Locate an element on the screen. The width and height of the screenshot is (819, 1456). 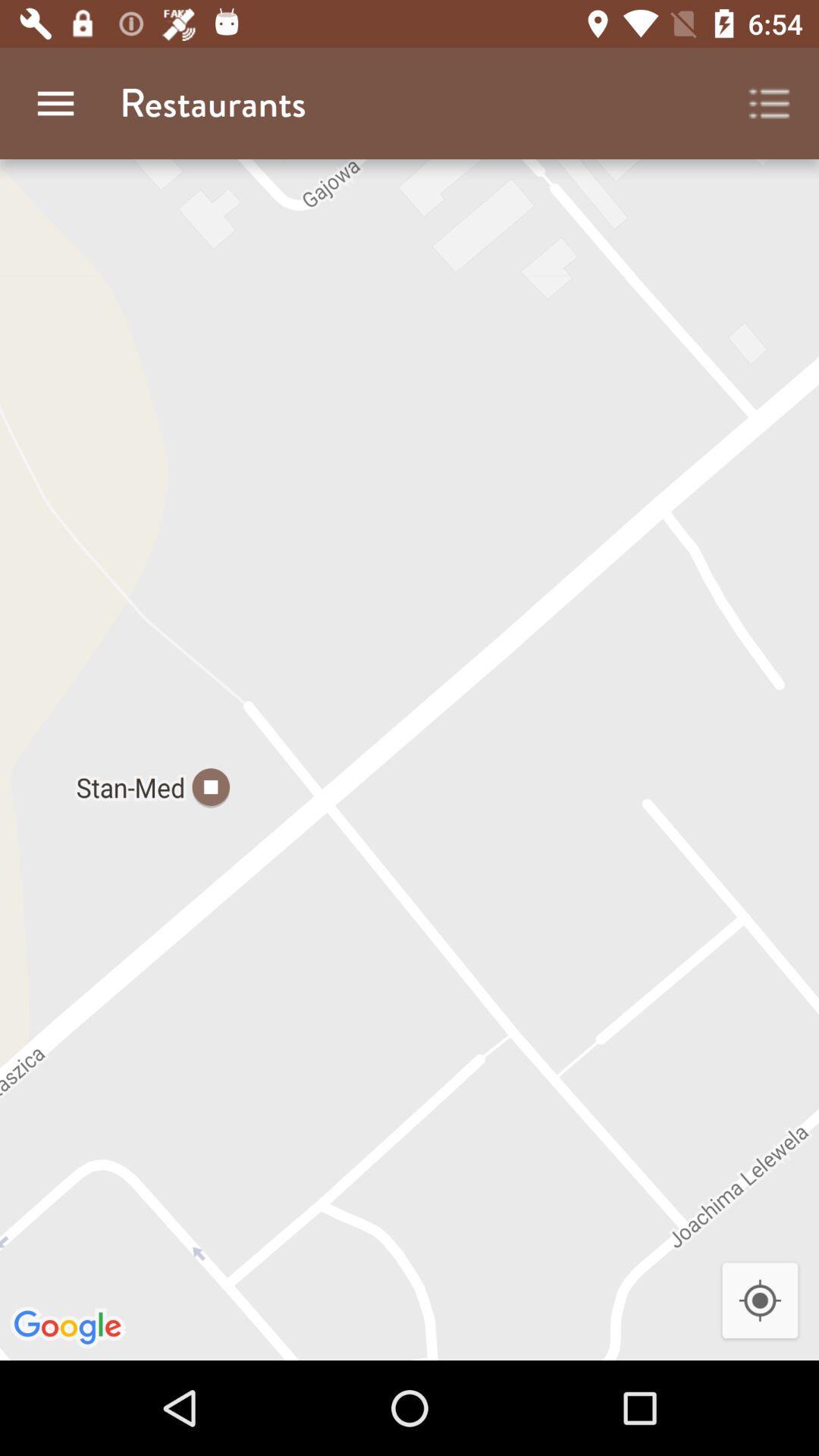
item at the top right corner is located at coordinates (770, 102).